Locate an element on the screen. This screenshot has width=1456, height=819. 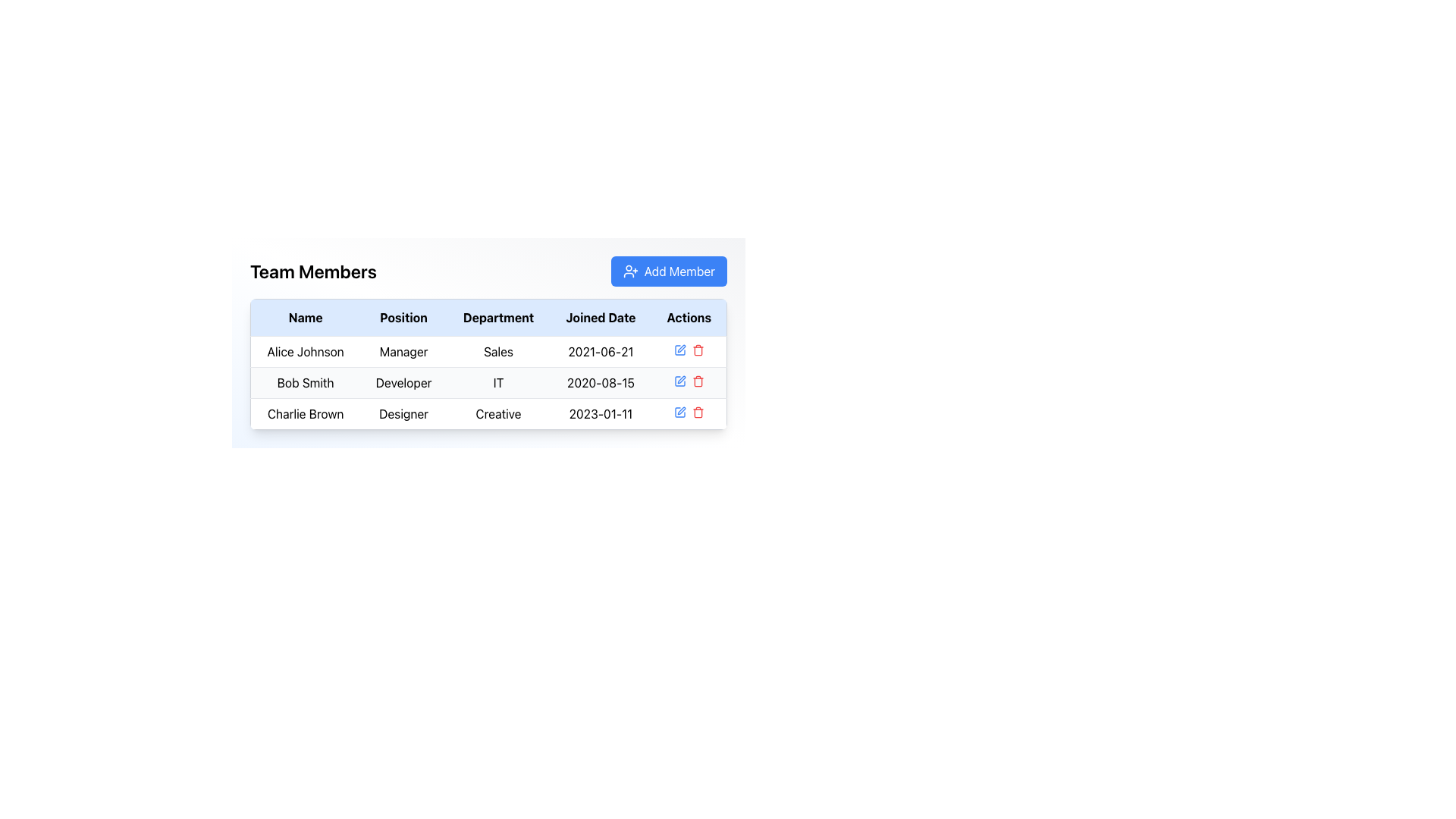
the 'Position' text header in the table, which is a bold black font on a light blue background, located between the 'Name' and 'Department' headers is located at coordinates (403, 317).